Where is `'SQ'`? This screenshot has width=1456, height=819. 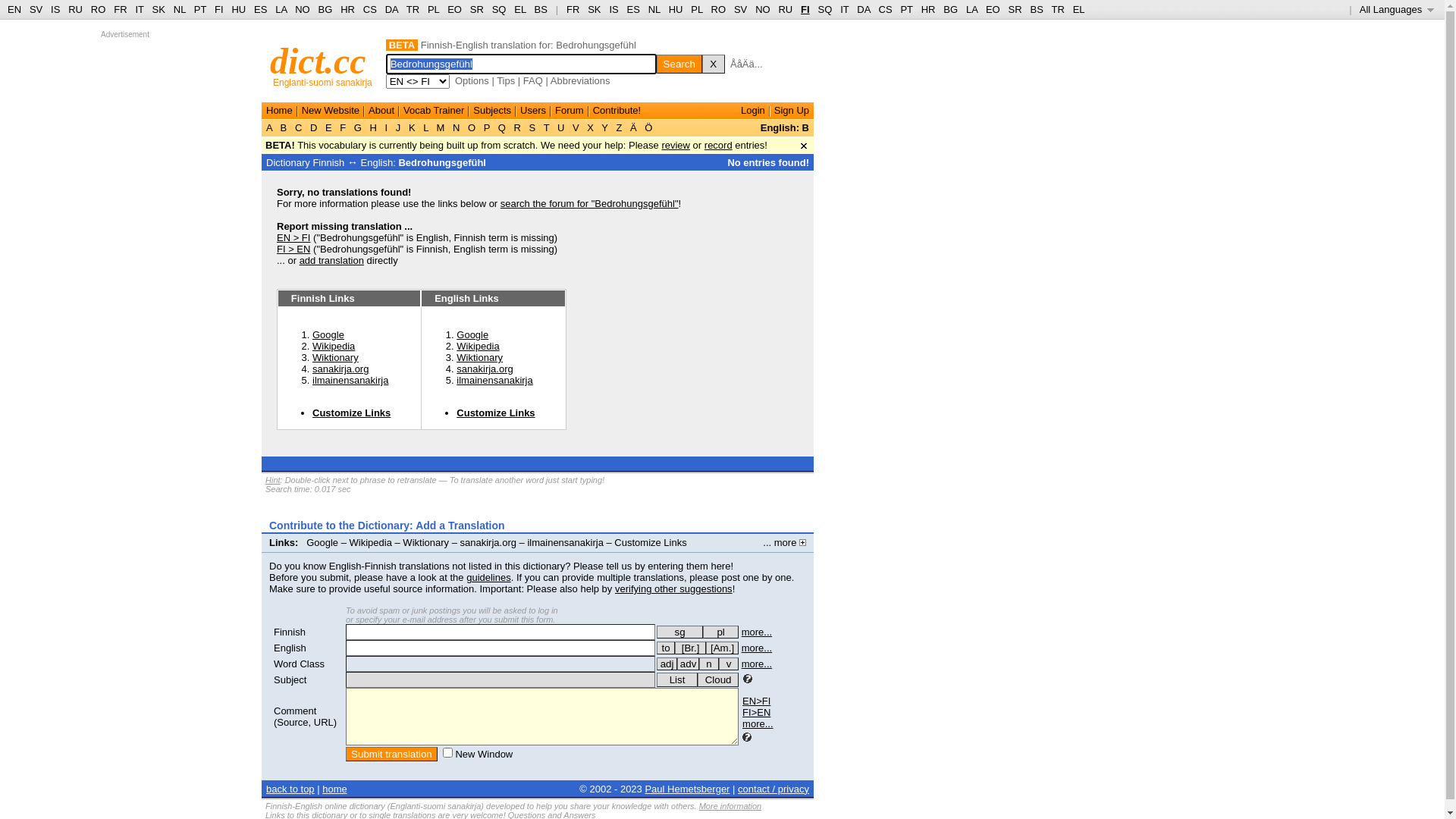
'SQ' is located at coordinates (824, 9).